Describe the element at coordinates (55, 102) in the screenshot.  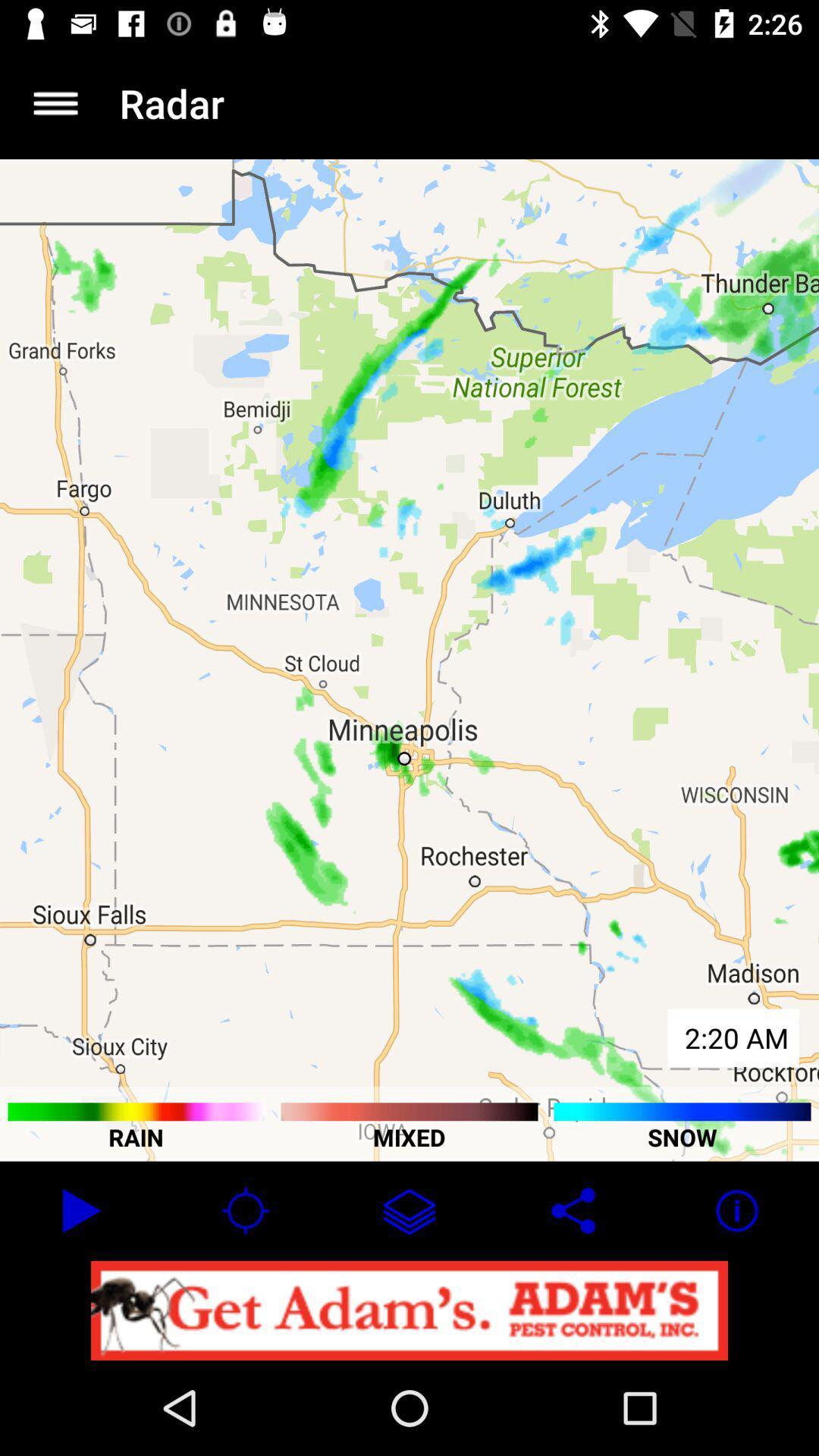
I see `open options menu` at that location.